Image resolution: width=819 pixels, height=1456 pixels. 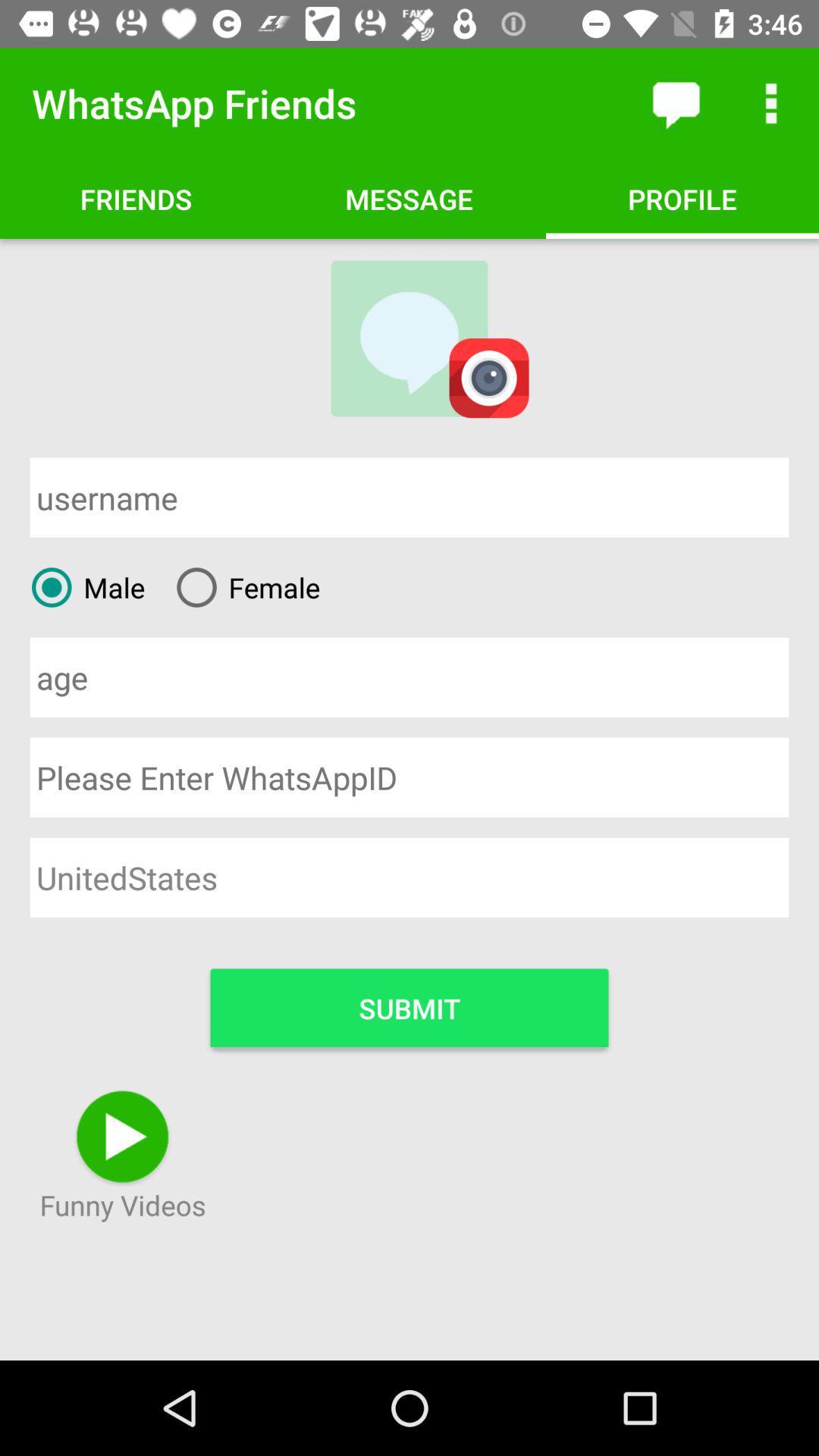 What do you see at coordinates (771, 102) in the screenshot?
I see `menu` at bounding box center [771, 102].